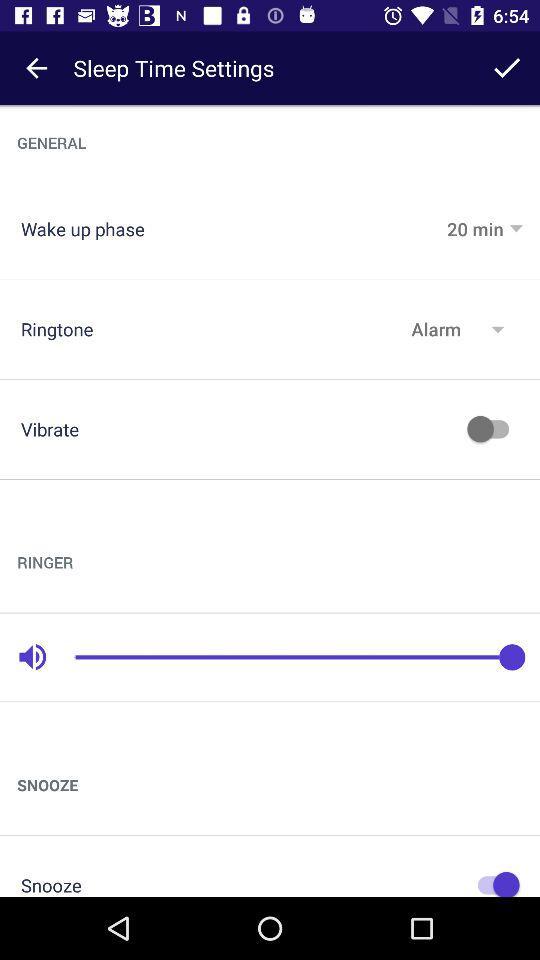 The image size is (540, 960). Describe the element at coordinates (492, 429) in the screenshot. I see `switch autoplay option` at that location.